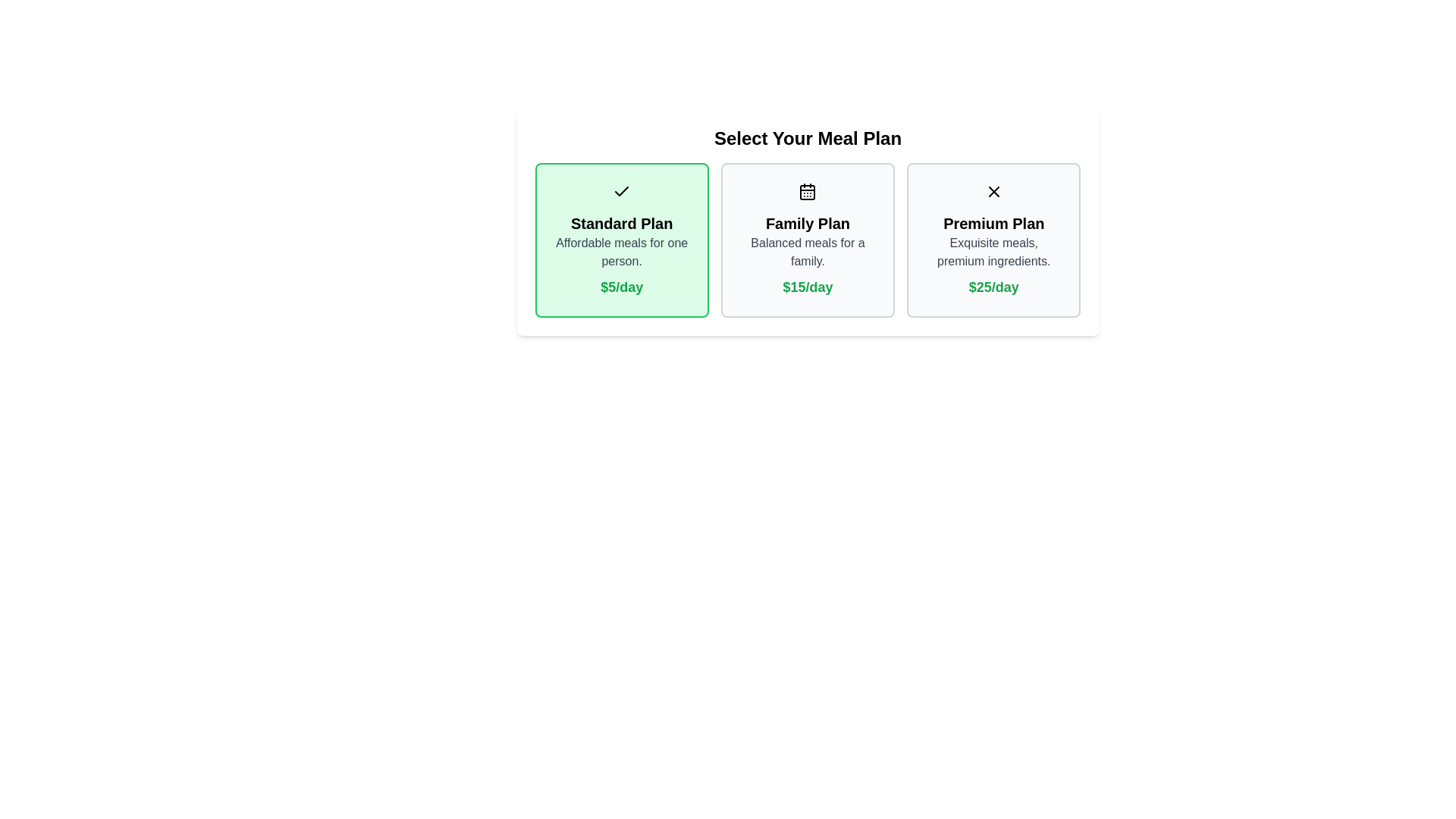 The height and width of the screenshot is (819, 1456). Describe the element at coordinates (622, 191) in the screenshot. I see `the state of the check icon, which is a stylized checkmark in solid black, located within the 'Standard Plan' card selection indicator` at that location.